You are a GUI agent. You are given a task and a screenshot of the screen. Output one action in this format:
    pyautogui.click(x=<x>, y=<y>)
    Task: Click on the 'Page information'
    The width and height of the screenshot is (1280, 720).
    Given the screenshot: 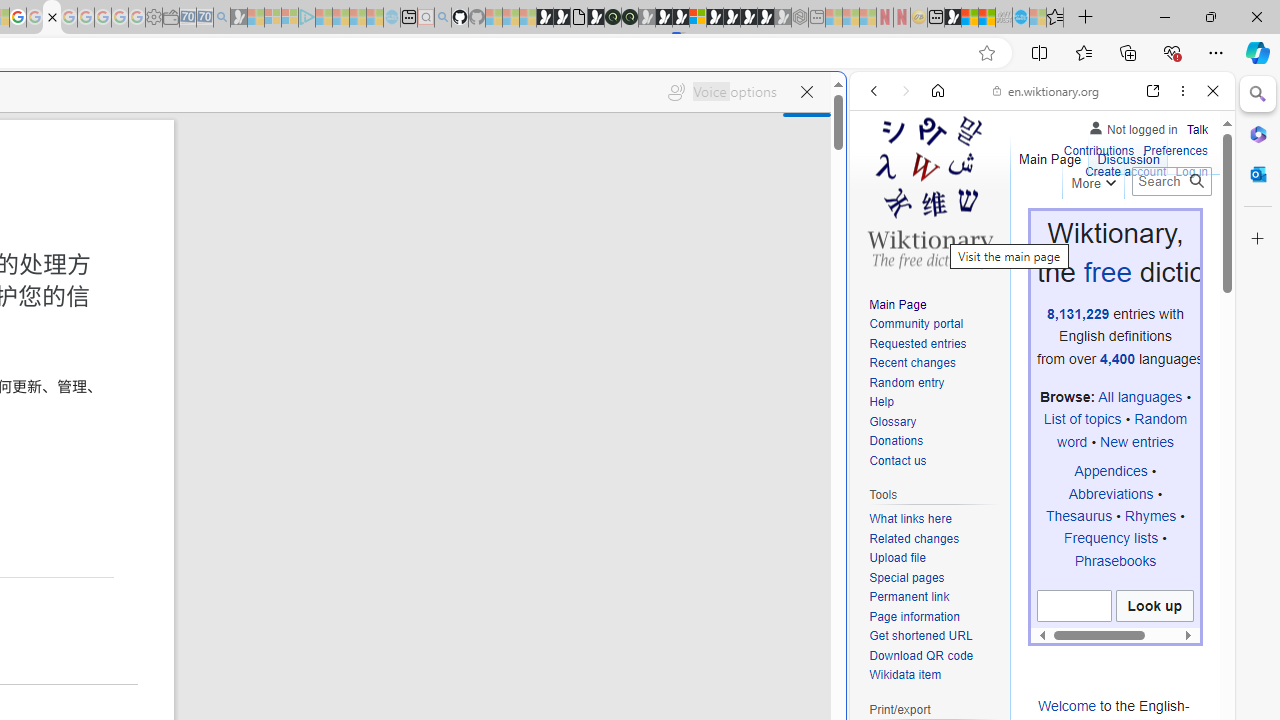 What is the action you would take?
    pyautogui.click(x=934, y=616)
    